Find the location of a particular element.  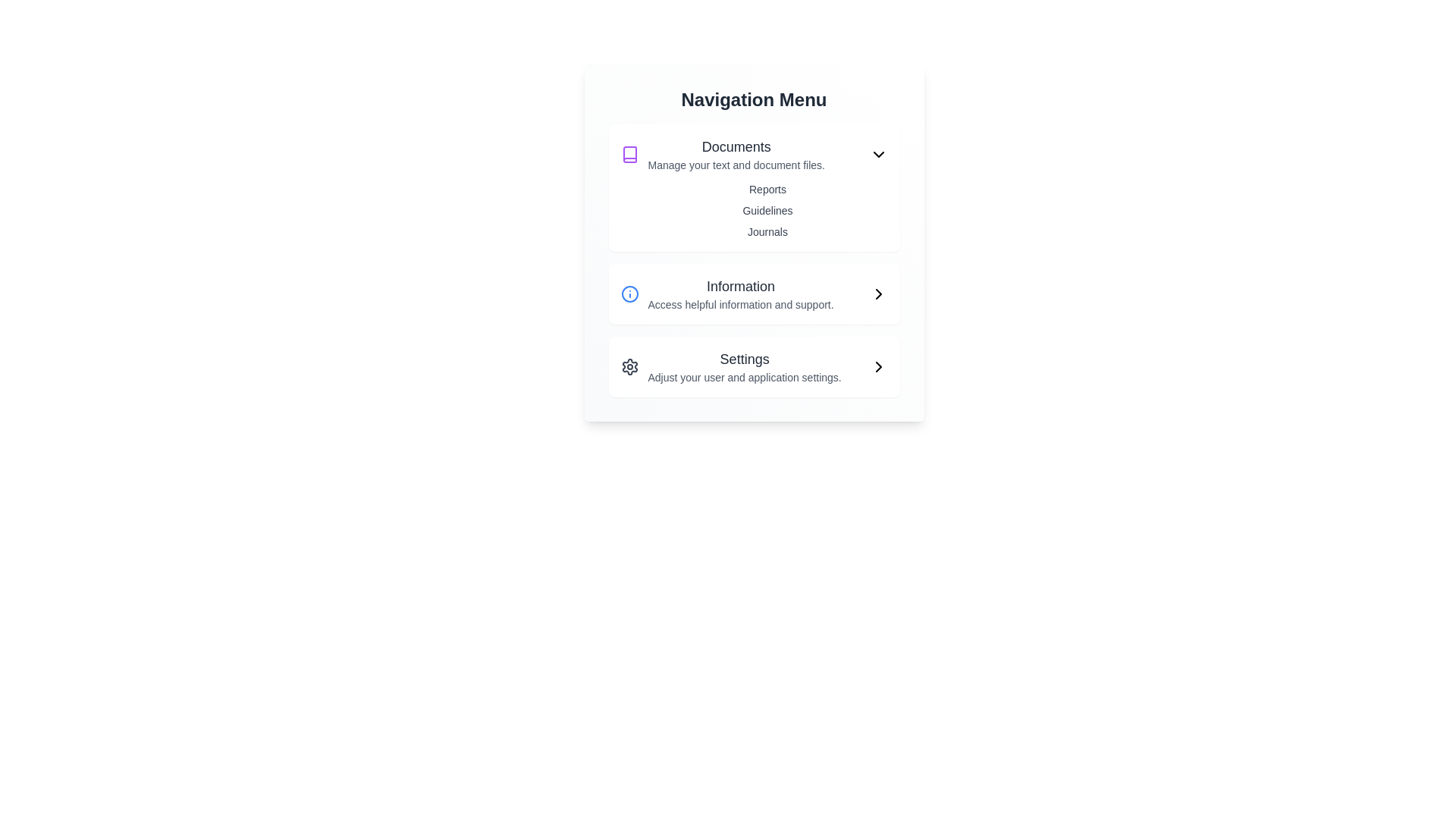

the navigation card located in the vertically stacked navigation menu, situated between the 'Documents' and 'Settings' sections is located at coordinates (754, 294).